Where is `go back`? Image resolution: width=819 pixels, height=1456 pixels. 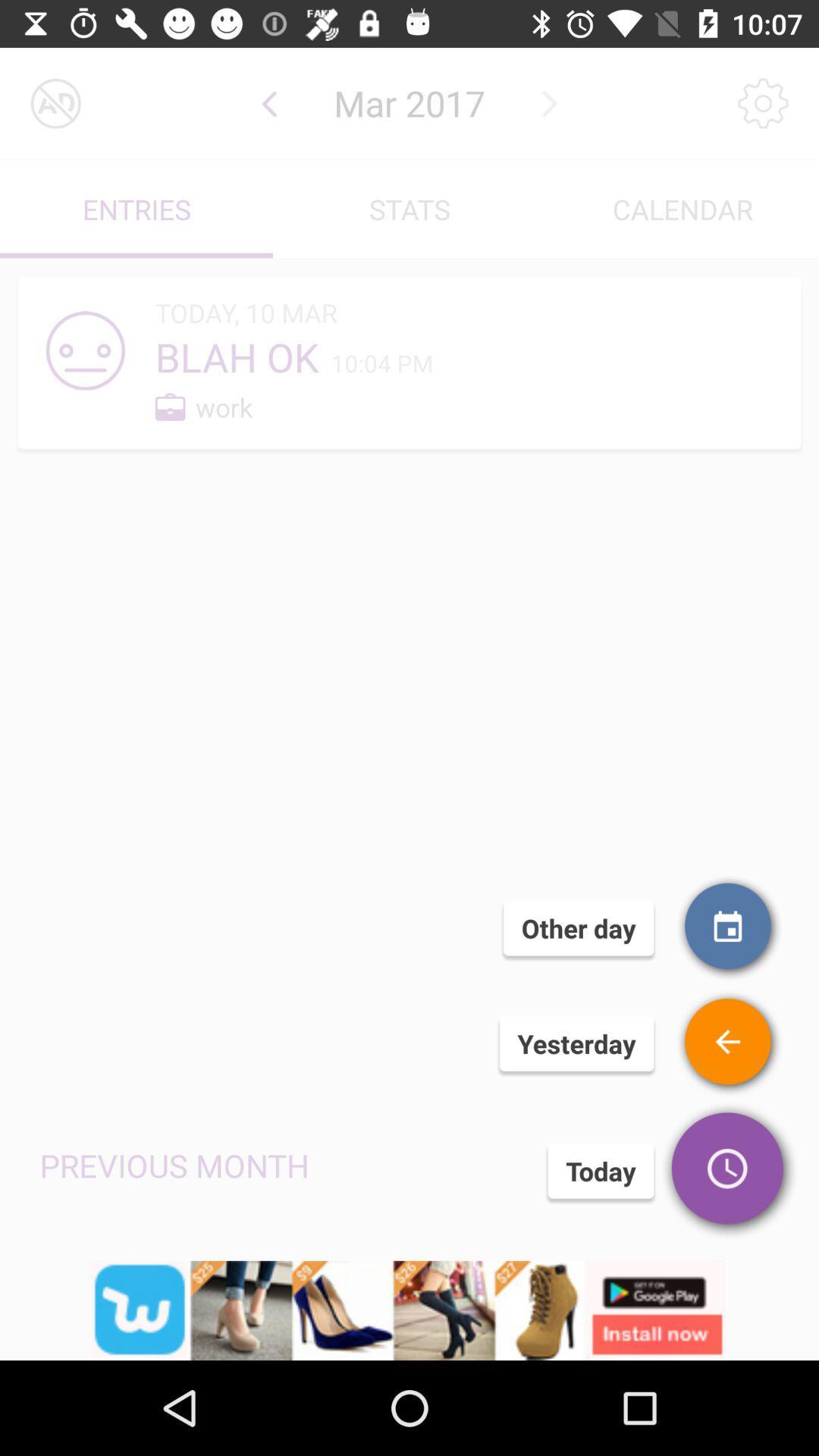 go back is located at coordinates (268, 102).